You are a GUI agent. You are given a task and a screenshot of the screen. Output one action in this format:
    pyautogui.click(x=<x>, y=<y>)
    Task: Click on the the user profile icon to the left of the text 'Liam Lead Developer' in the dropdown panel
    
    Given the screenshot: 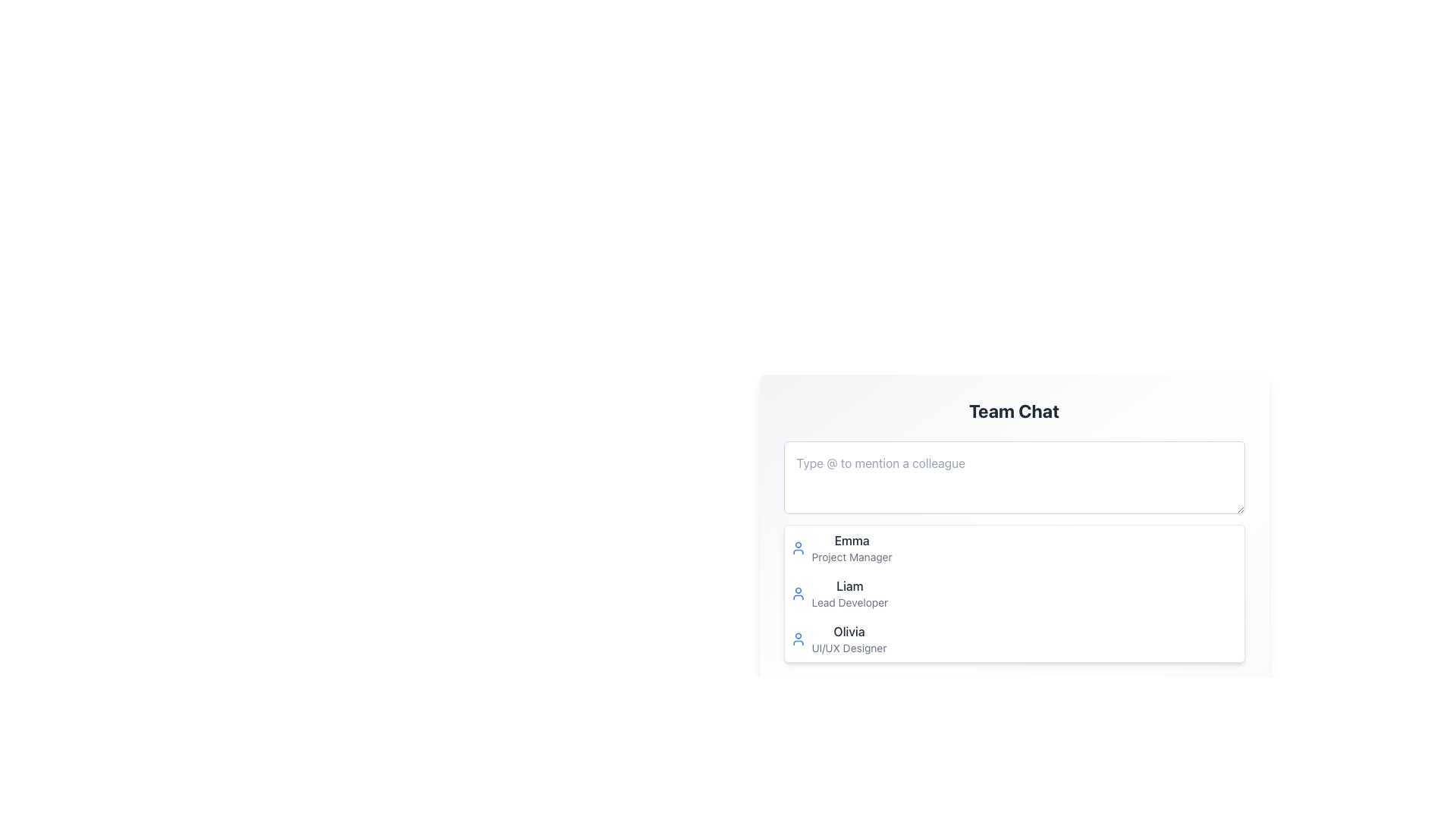 What is the action you would take?
    pyautogui.click(x=797, y=593)
    